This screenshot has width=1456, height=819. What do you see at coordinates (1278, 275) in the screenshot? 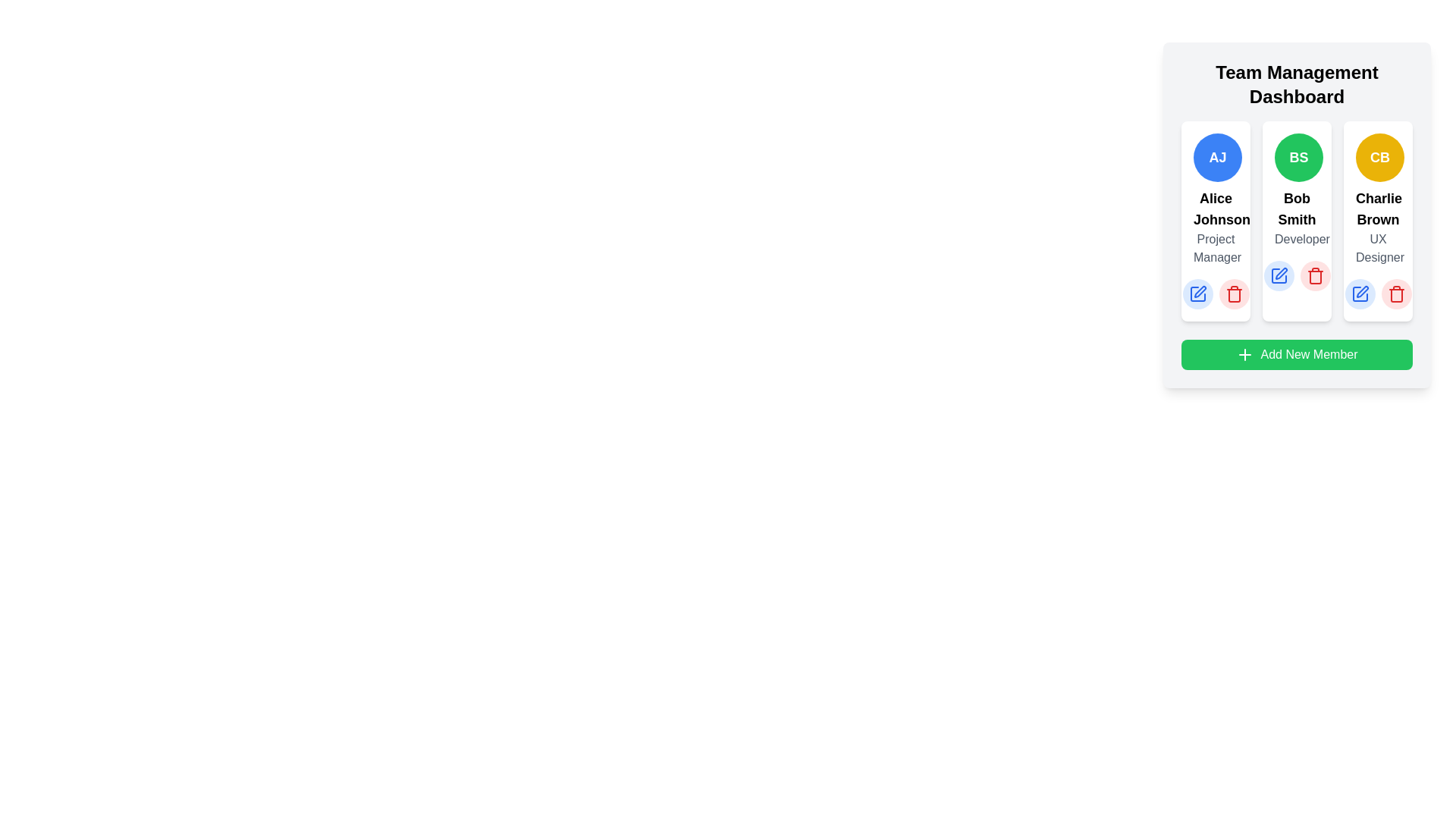
I see `the graphical SVG element representing the editable area in the 'Team Management Dashboard' for 'Bob Smith', positioned to the left of the trash bin icon` at bounding box center [1278, 275].